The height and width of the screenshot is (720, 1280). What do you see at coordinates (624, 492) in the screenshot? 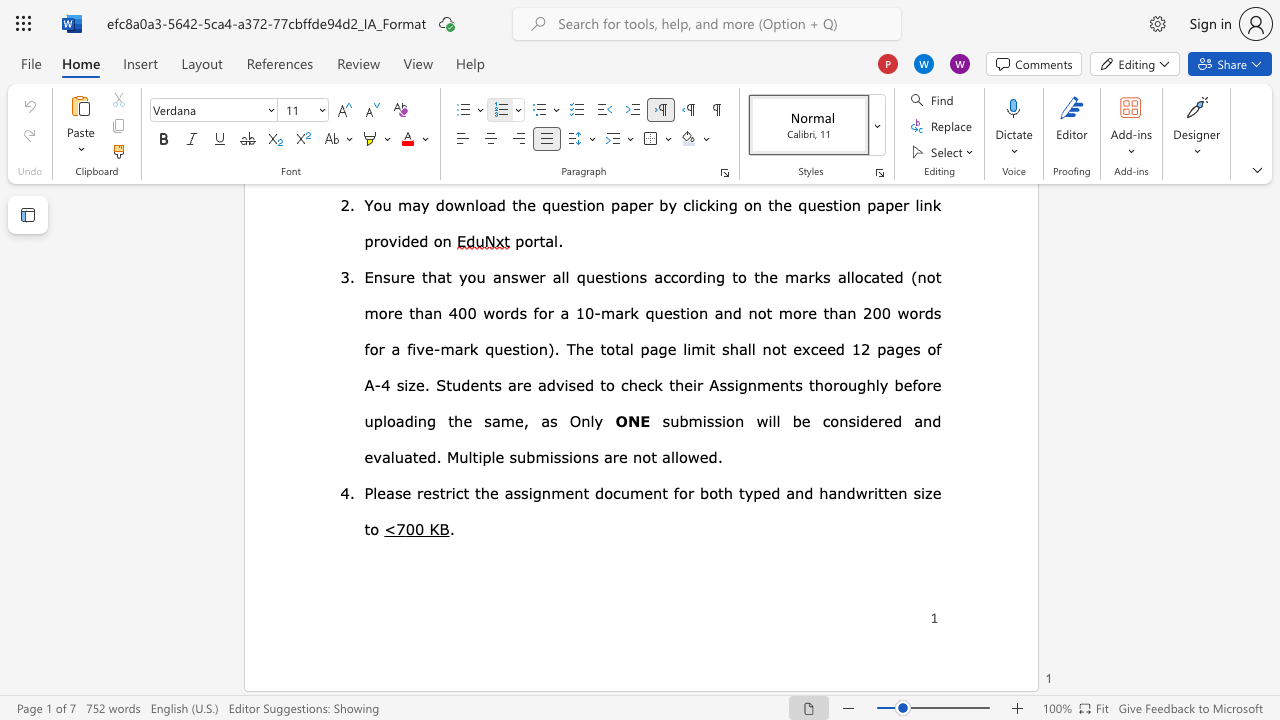
I see `the 1th character "u" in the text` at bounding box center [624, 492].